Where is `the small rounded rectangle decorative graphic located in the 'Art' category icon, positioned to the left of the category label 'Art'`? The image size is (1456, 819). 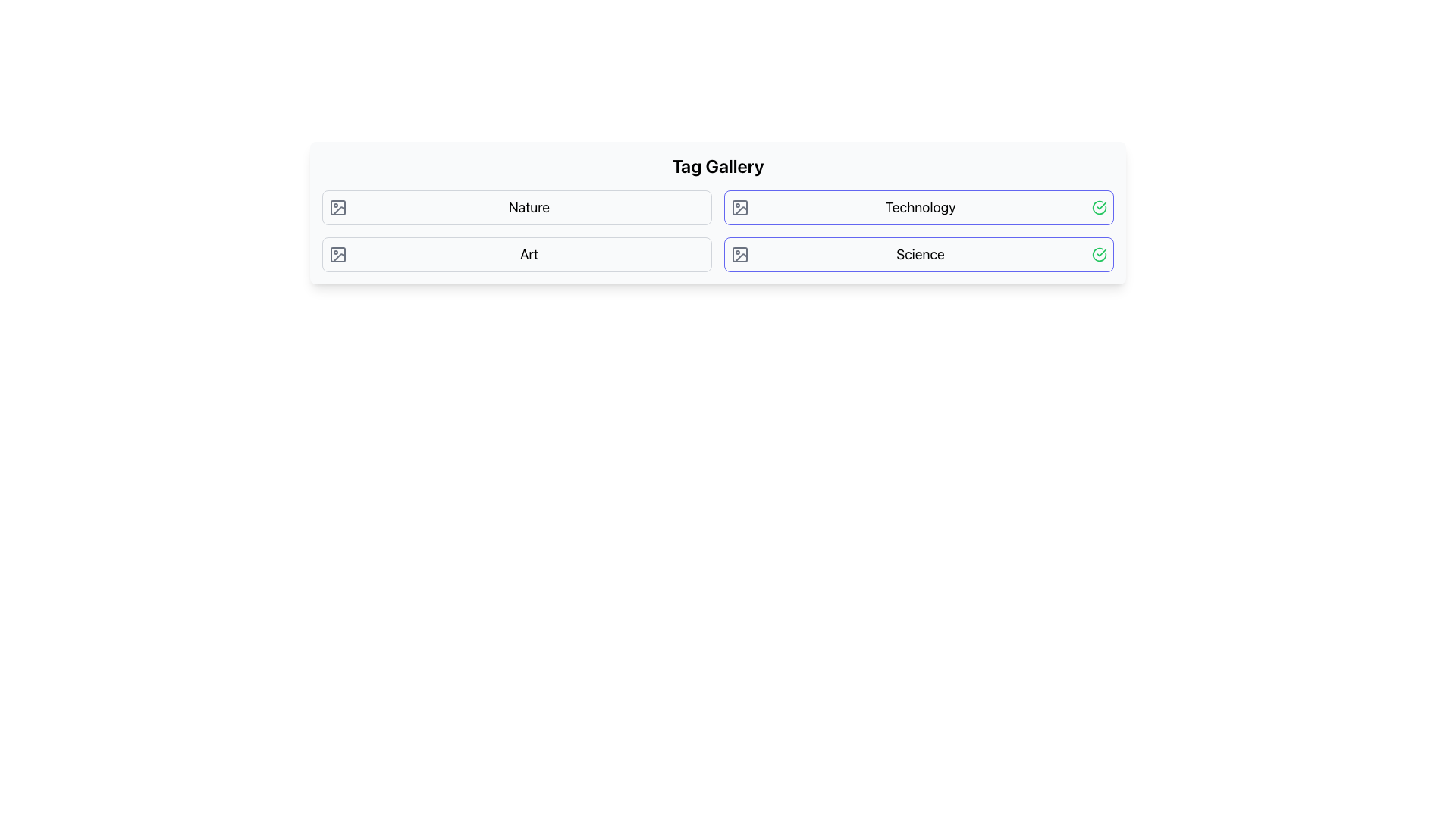
the small rounded rectangle decorative graphic located in the 'Art' category icon, positioned to the left of the category label 'Art' is located at coordinates (337, 253).